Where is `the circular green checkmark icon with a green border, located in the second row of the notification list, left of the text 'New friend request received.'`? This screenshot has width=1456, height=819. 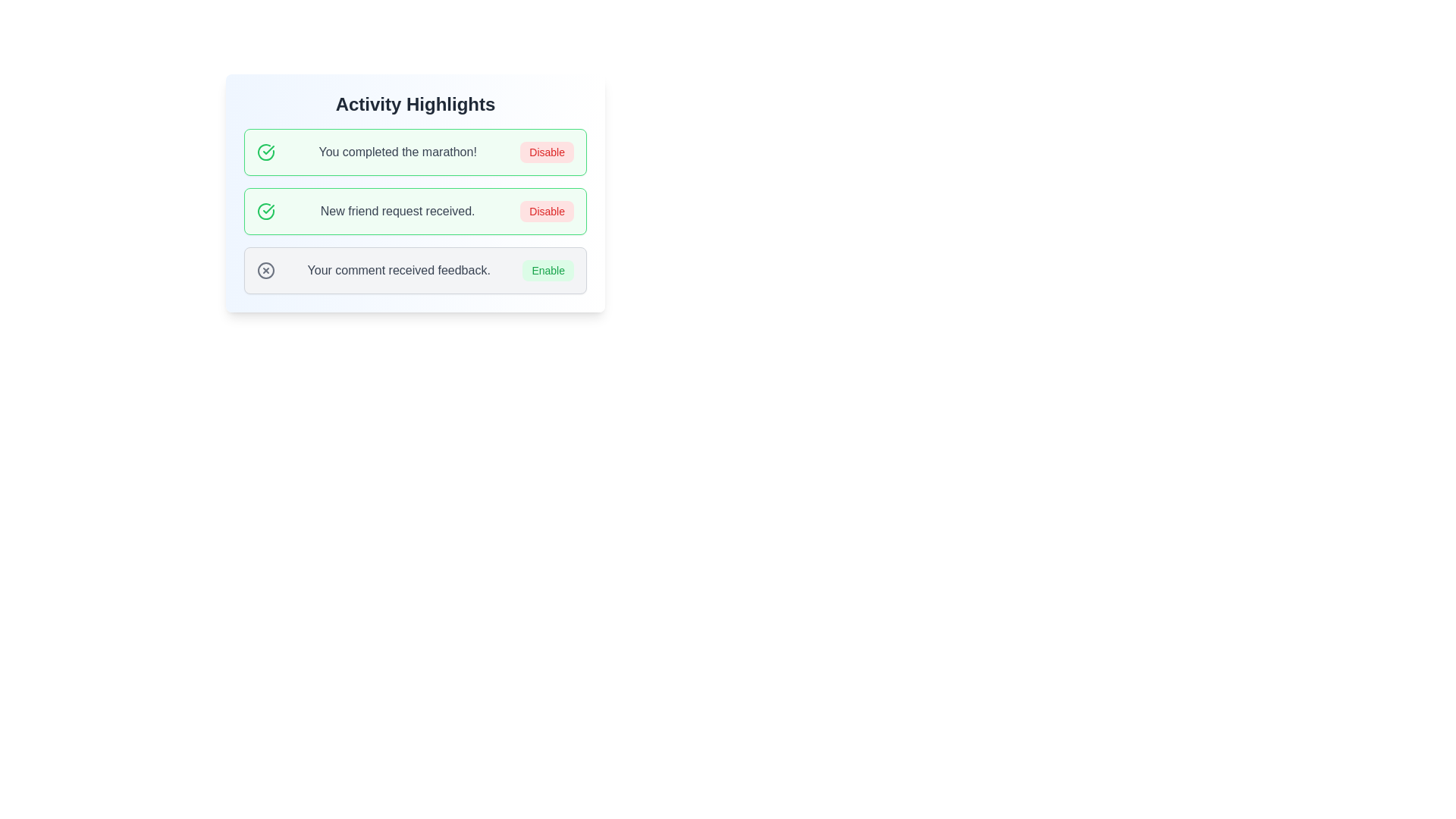 the circular green checkmark icon with a green border, located in the second row of the notification list, left of the text 'New friend request received.' is located at coordinates (265, 211).